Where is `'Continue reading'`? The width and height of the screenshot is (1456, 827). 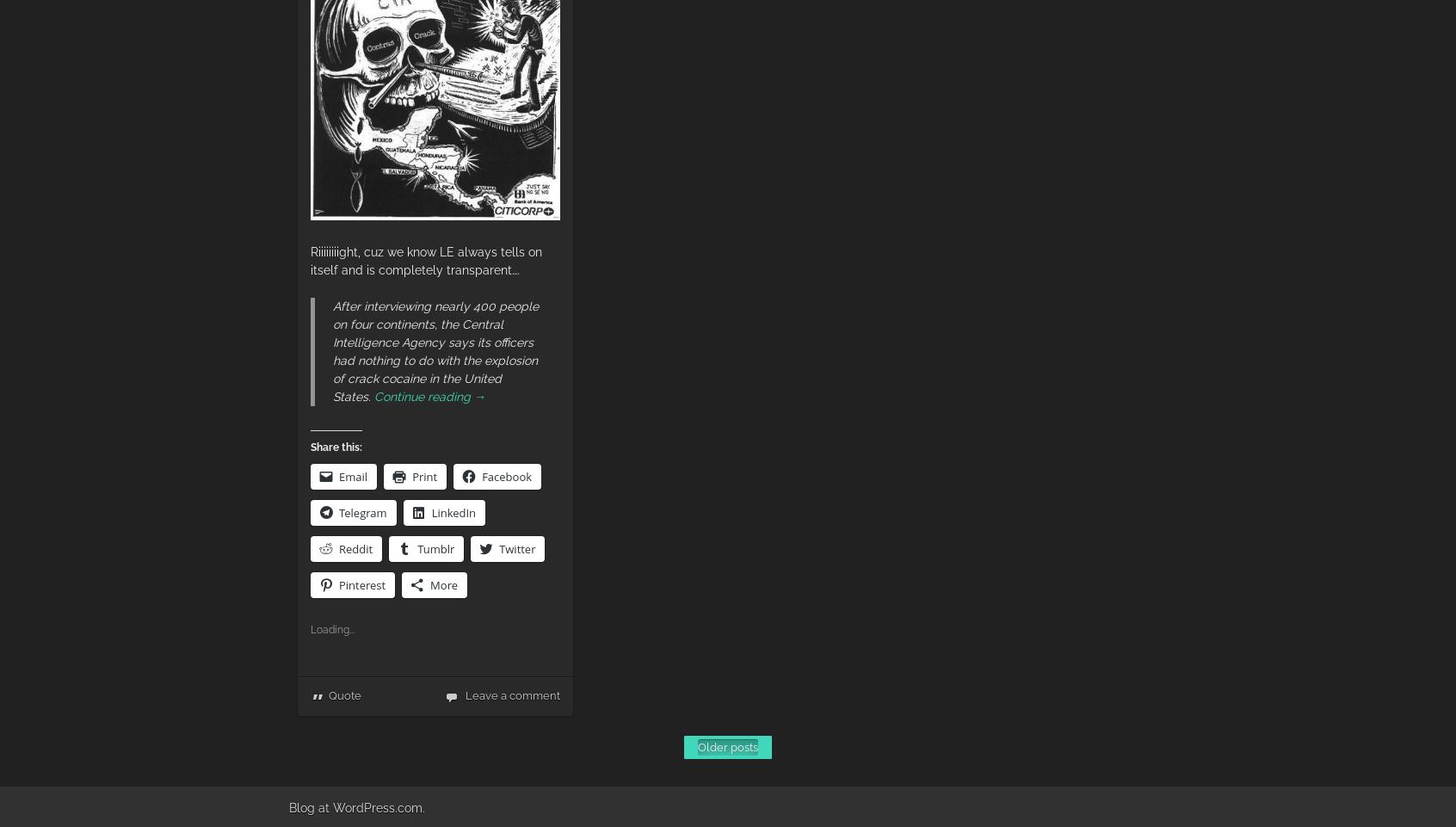 'Continue reading' is located at coordinates (423, 395).